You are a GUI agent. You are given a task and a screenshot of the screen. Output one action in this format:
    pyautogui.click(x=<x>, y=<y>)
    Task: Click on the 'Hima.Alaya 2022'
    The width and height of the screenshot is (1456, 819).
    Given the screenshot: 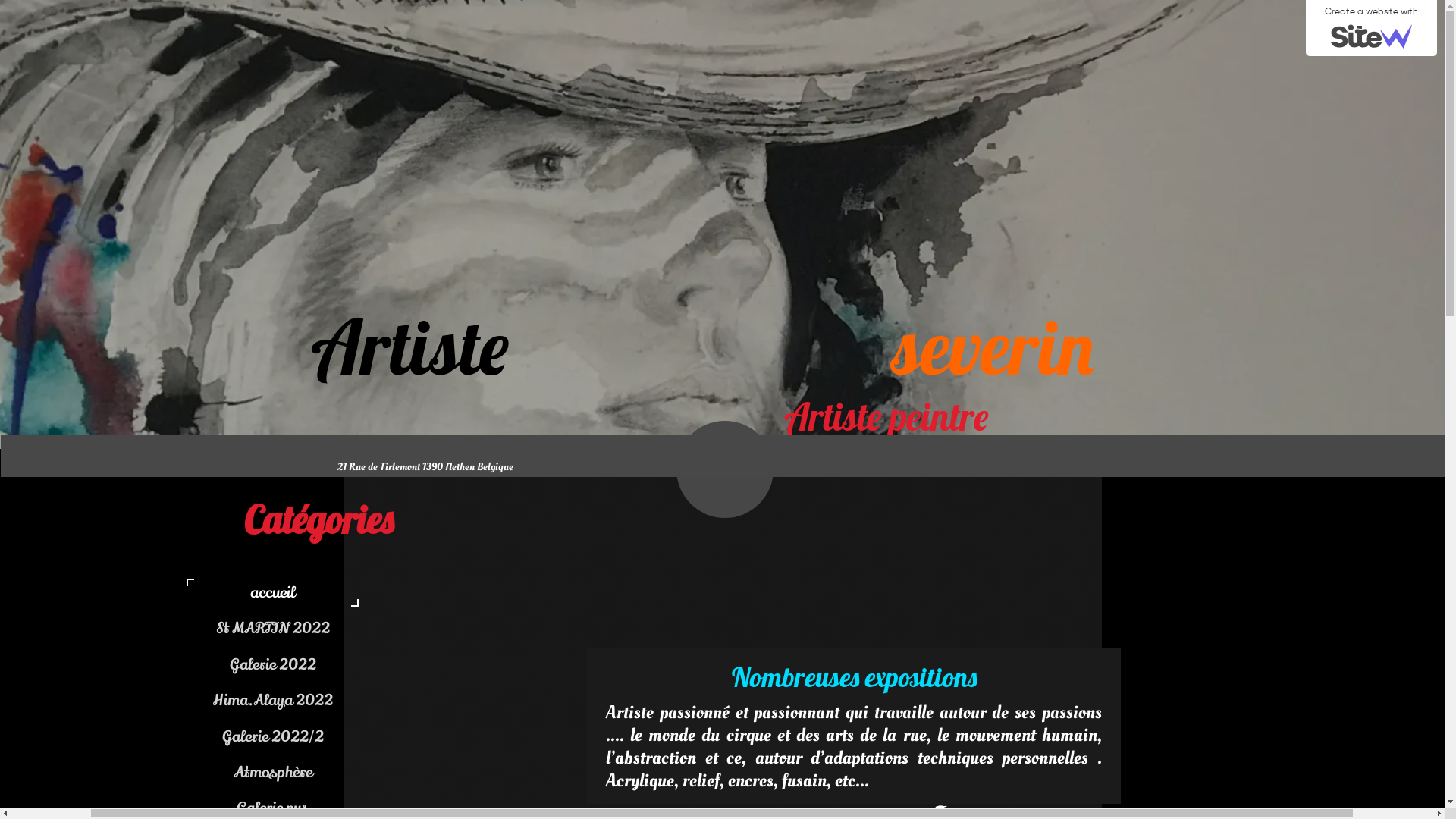 What is the action you would take?
    pyautogui.click(x=362, y=700)
    